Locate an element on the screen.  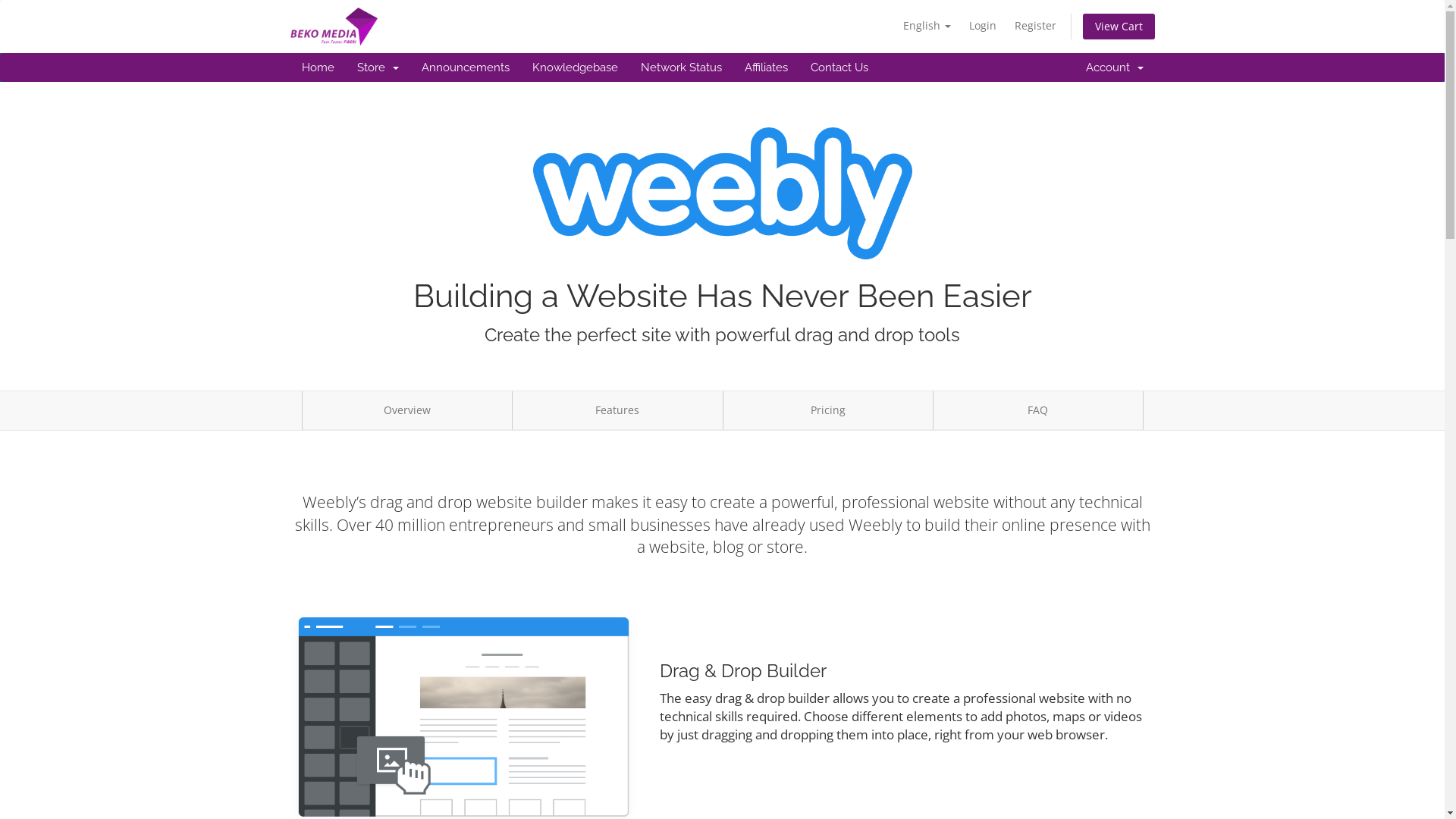
'Features' is located at coordinates (617, 410).